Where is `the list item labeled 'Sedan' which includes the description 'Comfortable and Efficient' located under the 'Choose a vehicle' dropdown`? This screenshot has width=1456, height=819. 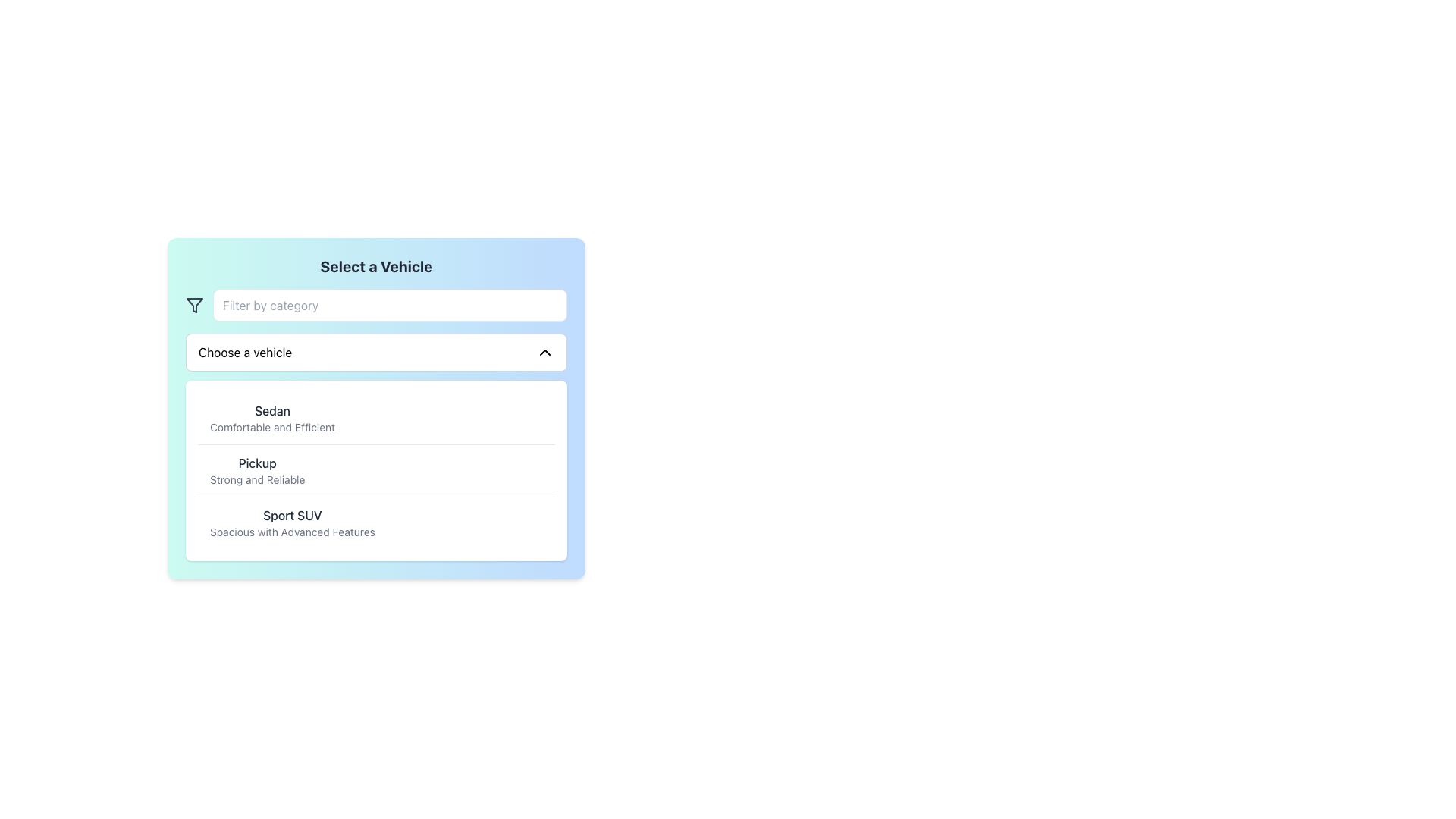 the list item labeled 'Sedan' which includes the description 'Comfortable and Efficient' located under the 'Choose a vehicle' dropdown is located at coordinates (376, 419).